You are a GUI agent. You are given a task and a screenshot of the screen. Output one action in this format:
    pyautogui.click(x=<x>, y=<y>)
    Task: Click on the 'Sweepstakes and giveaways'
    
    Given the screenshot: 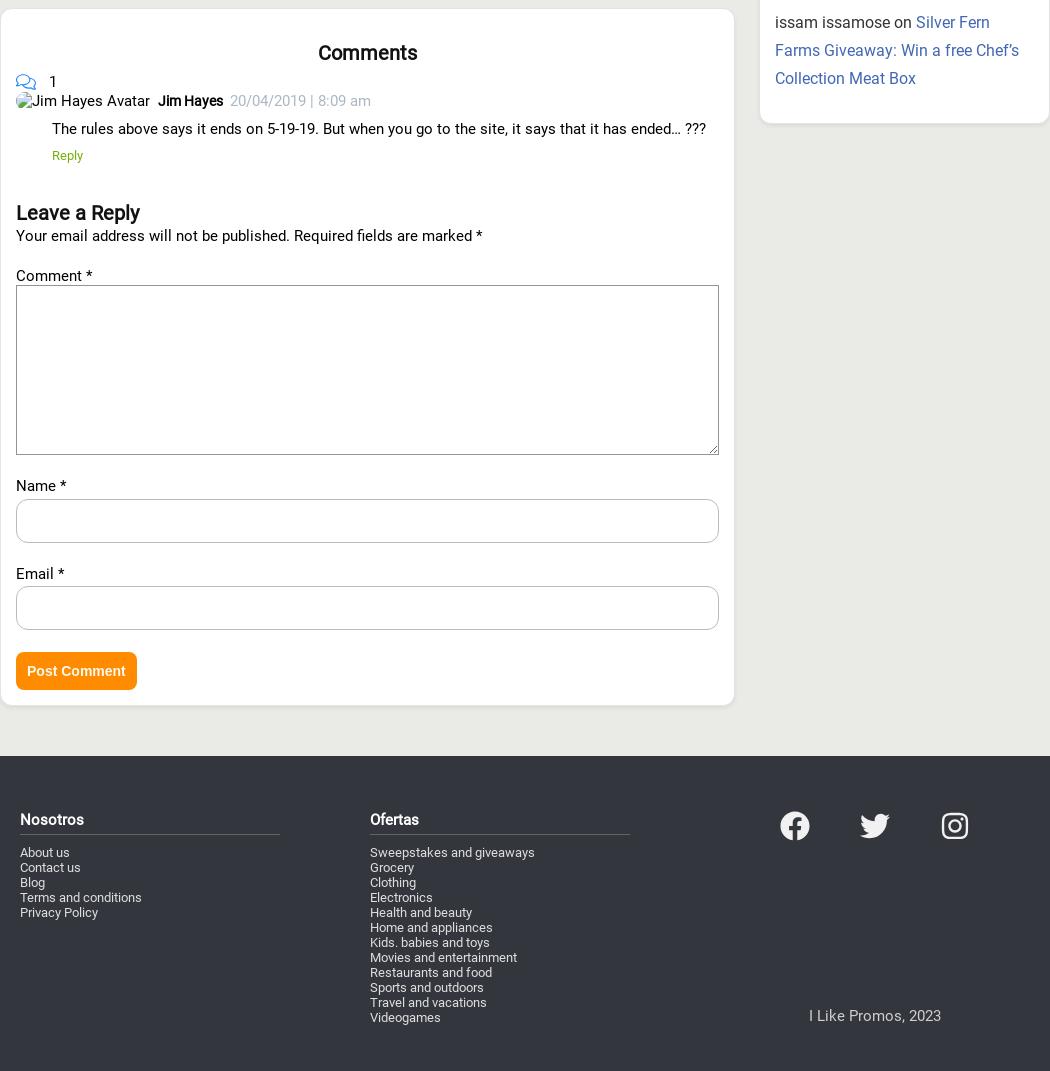 What is the action you would take?
    pyautogui.click(x=452, y=743)
    